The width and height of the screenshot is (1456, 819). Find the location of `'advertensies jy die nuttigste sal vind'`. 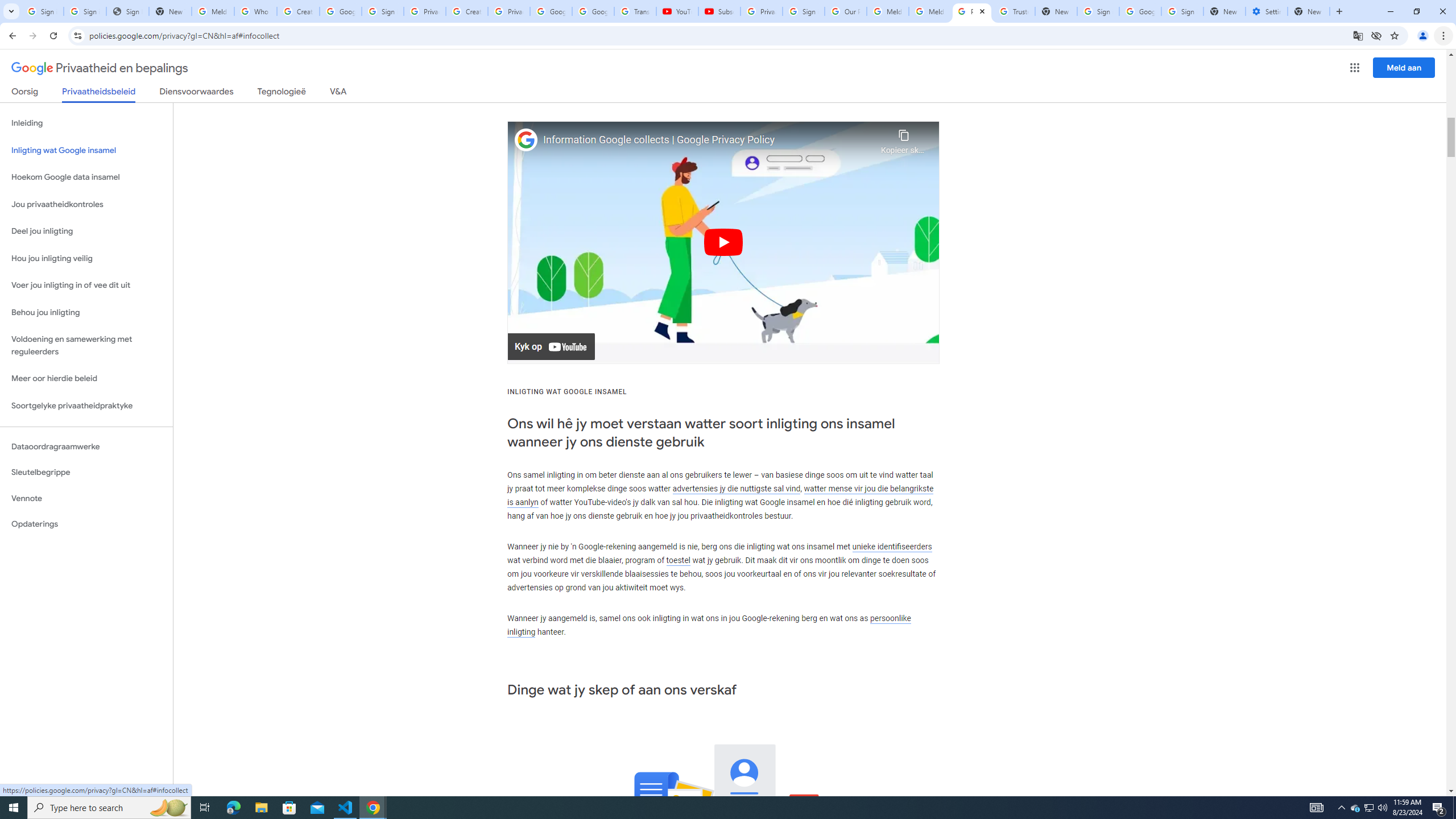

'advertensies jy die nuttigste sal vind' is located at coordinates (737, 487).